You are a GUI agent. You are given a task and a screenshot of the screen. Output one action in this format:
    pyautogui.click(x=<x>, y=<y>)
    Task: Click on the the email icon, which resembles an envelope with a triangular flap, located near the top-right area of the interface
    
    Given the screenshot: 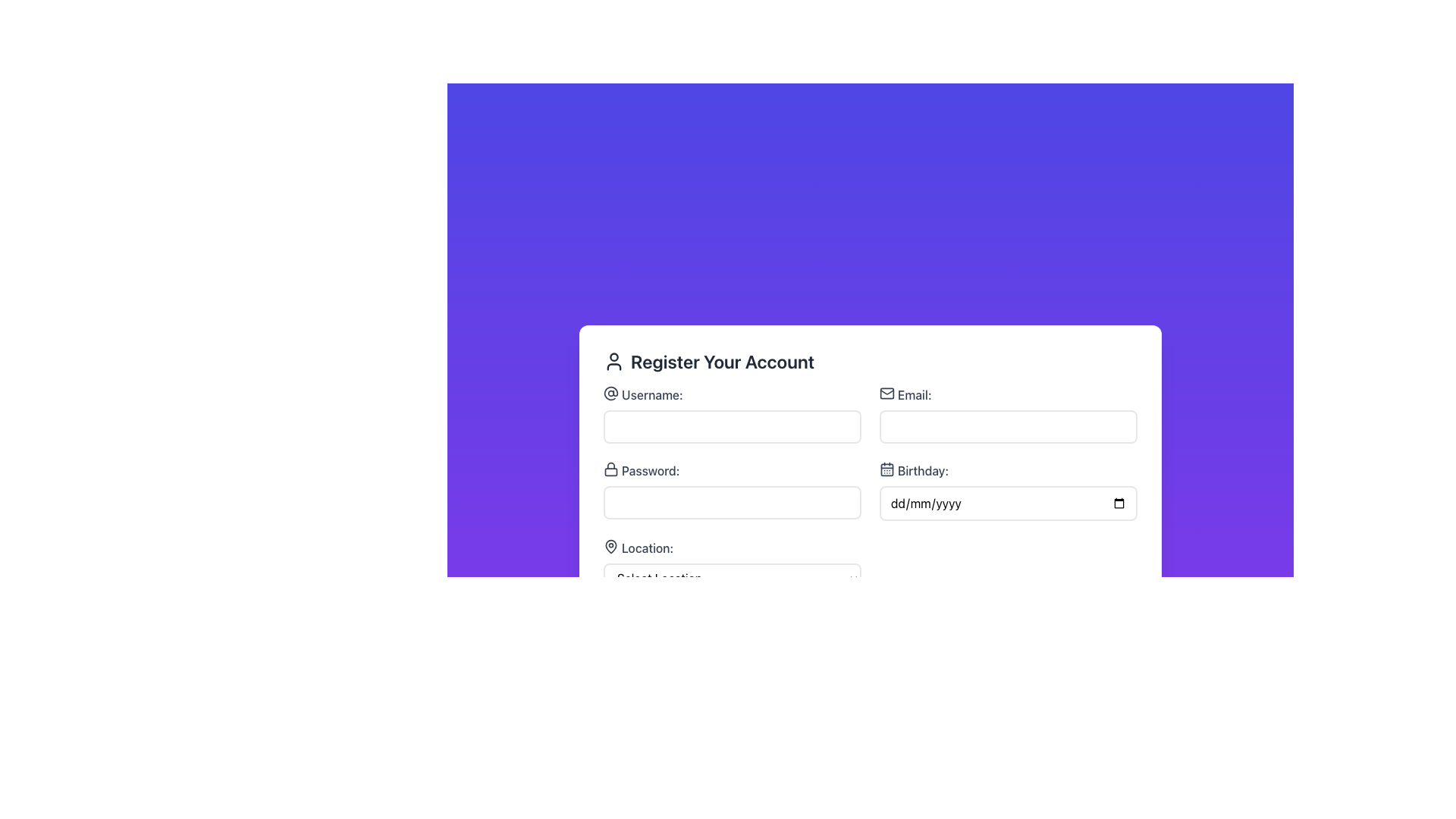 What is the action you would take?
    pyautogui.click(x=887, y=391)
    